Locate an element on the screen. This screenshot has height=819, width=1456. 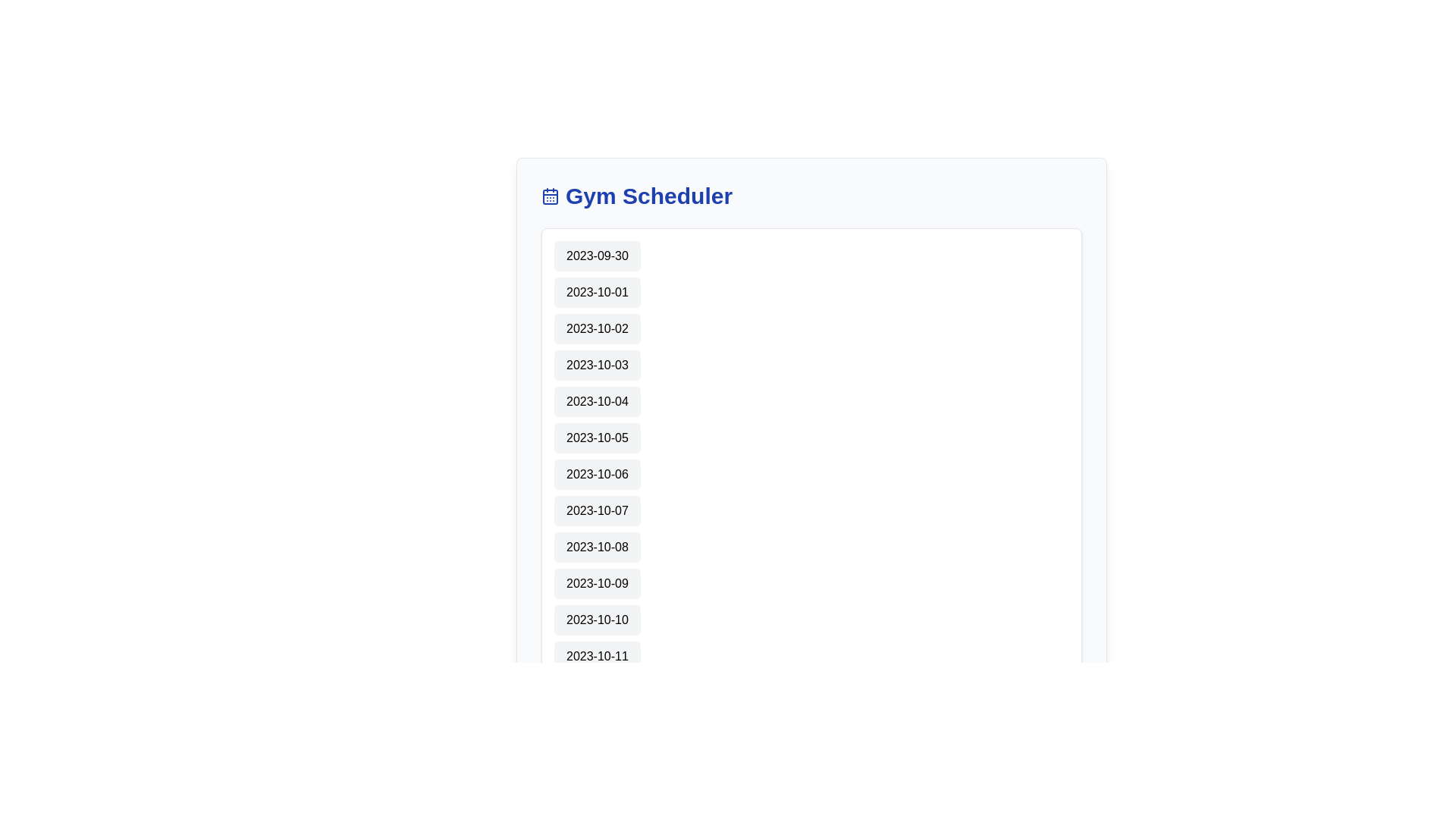
the button displaying '2023-10-01', which is part of a vertically aligned list and is the second item in the list is located at coordinates (596, 292).